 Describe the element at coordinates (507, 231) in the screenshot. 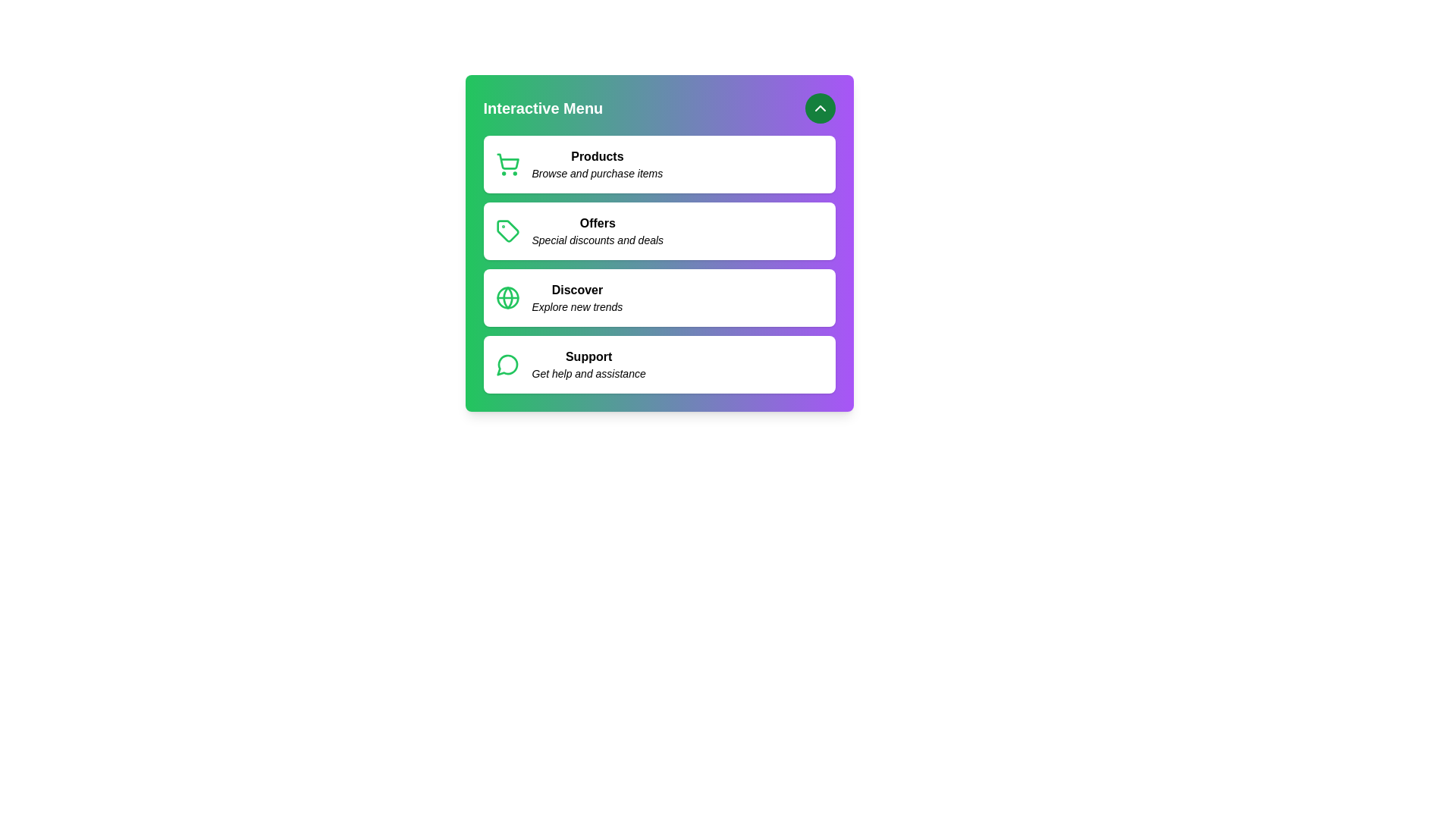

I see `the icon of the menu item labeled Offers to confirm its functionality` at that location.